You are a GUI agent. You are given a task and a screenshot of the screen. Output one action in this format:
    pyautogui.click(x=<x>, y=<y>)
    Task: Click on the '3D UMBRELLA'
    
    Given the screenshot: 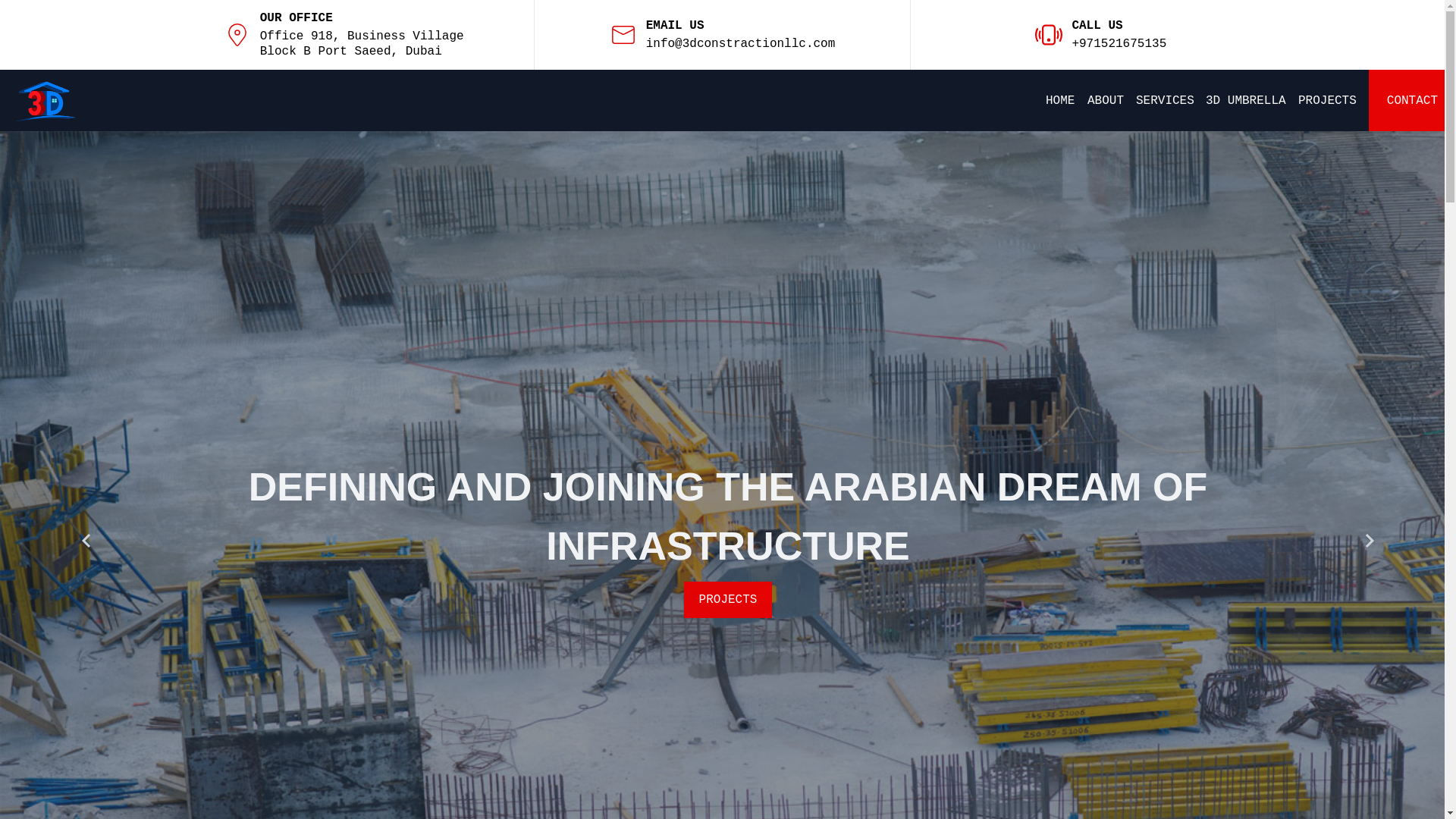 What is the action you would take?
    pyautogui.click(x=1245, y=100)
    